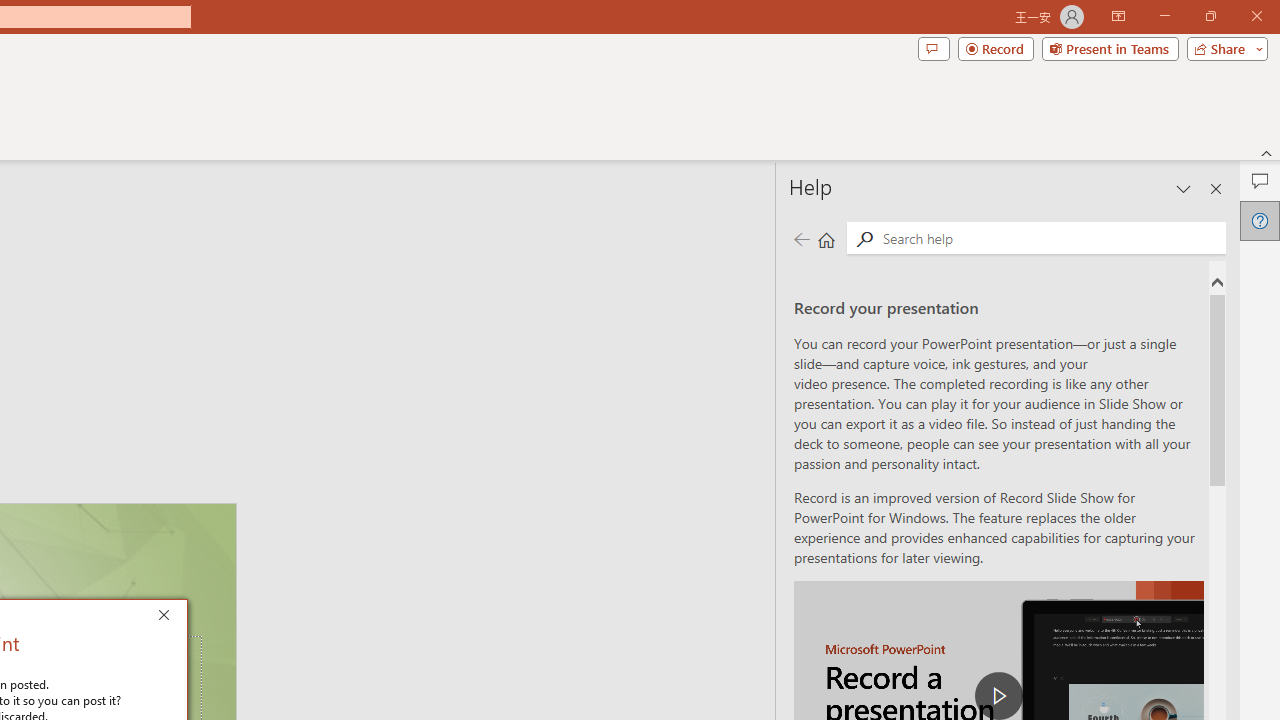  What do you see at coordinates (801, 238) in the screenshot?
I see `'Previous page'` at bounding box center [801, 238].